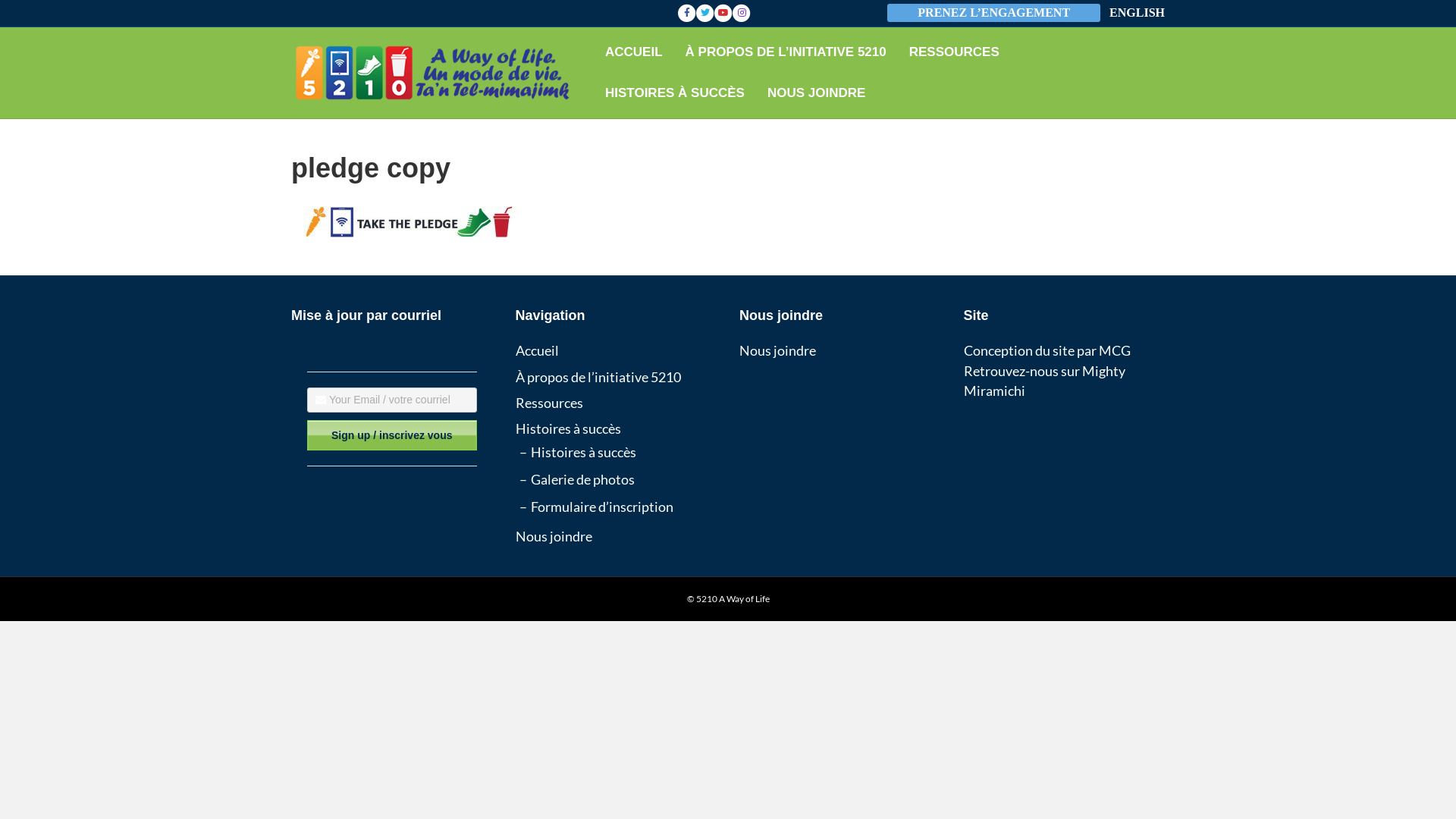  Describe the element at coordinates (898, 52) in the screenshot. I see `'RESSOURCES'` at that location.